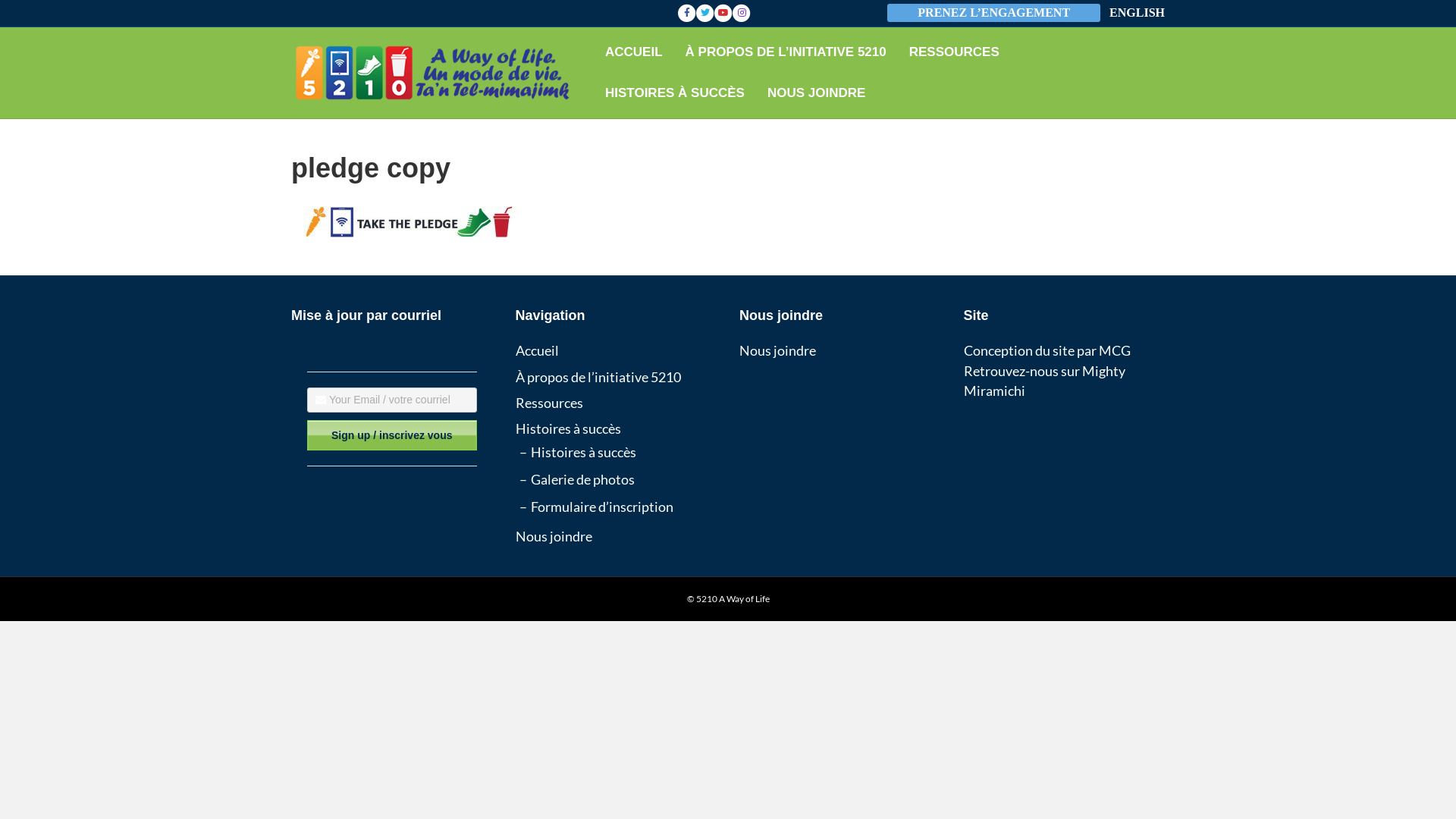  Describe the element at coordinates (898, 52) in the screenshot. I see `'RESSOURCES'` at that location.